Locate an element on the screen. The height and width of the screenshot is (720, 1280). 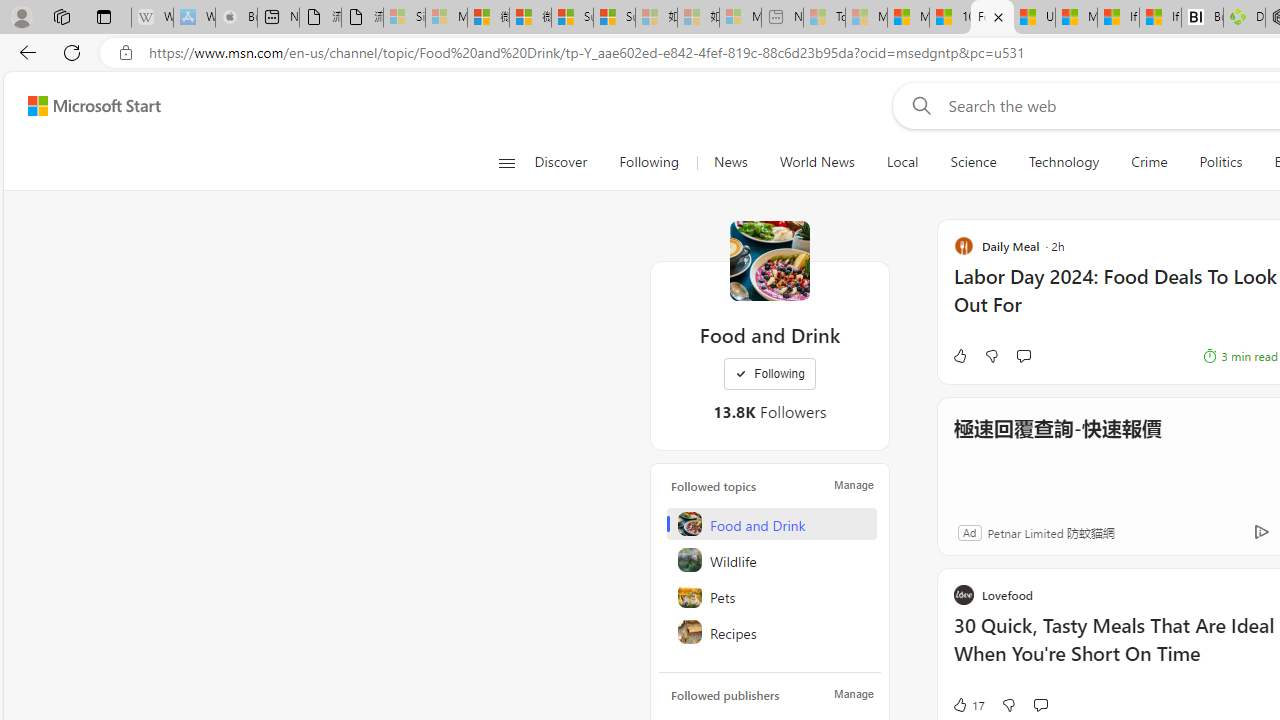
'Class: button-glyph' is located at coordinates (506, 162).